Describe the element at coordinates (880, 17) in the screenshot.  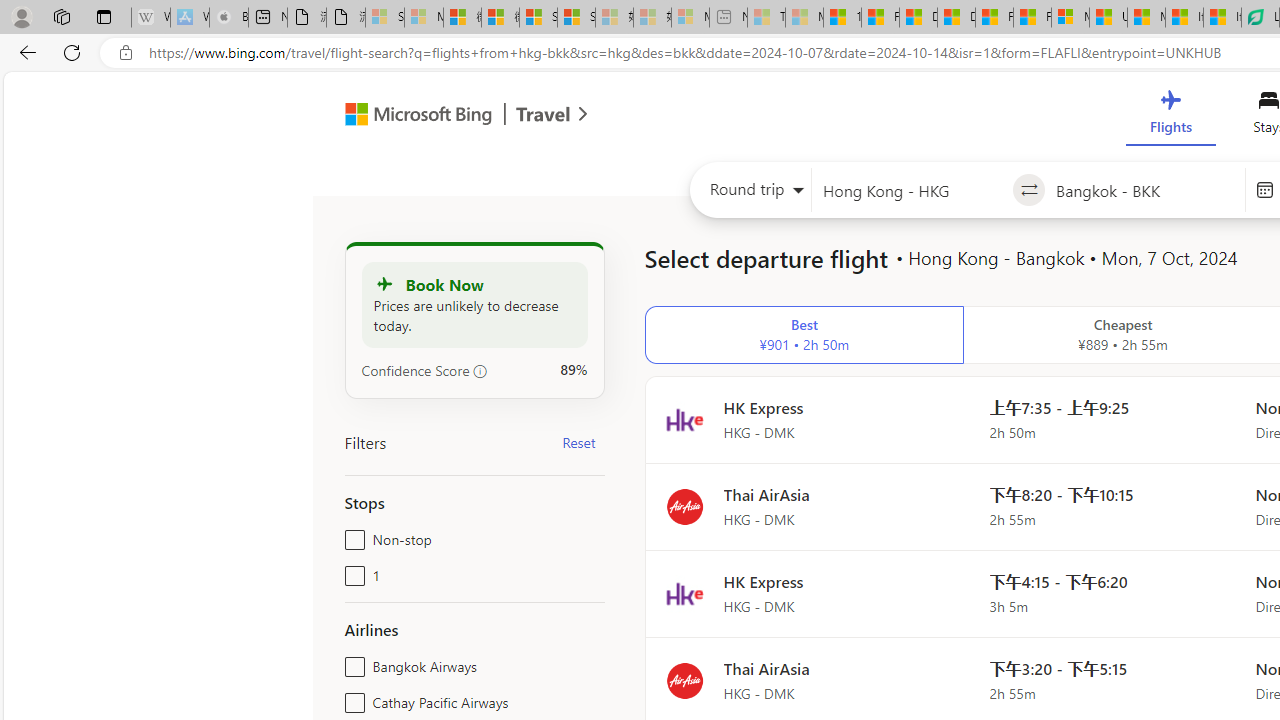
I see `'Food and Drink - MSN'` at that location.